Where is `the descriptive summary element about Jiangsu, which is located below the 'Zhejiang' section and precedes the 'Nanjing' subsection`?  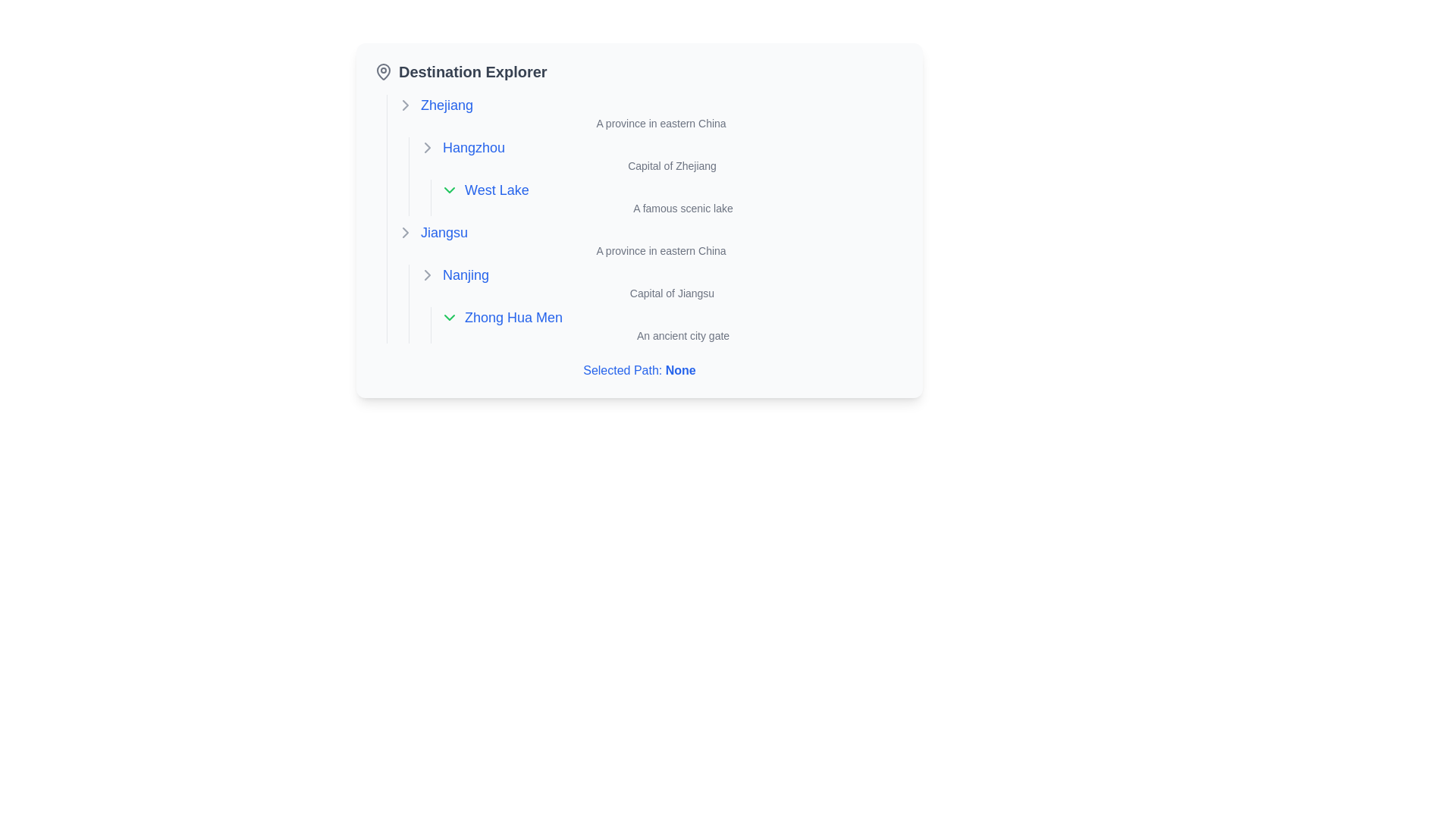
the descriptive summary element about Jiangsu, which is located below the 'Zhejiang' section and precedes the 'Nanjing' subsection is located at coordinates (651, 283).